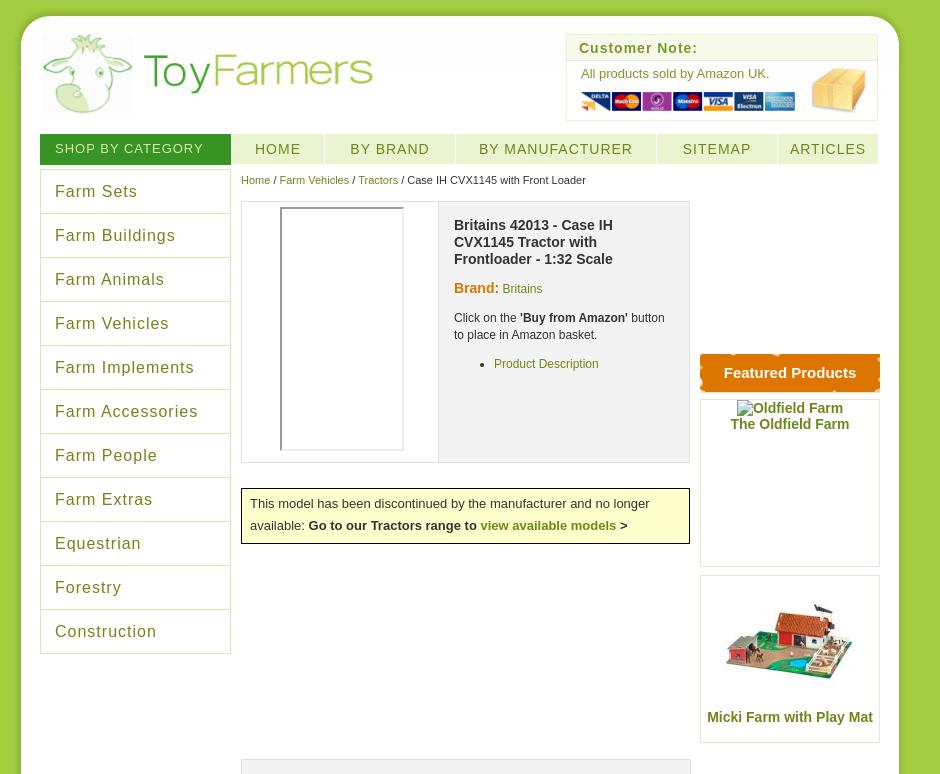  Describe the element at coordinates (716, 147) in the screenshot. I see `'SITEMAP'` at that location.